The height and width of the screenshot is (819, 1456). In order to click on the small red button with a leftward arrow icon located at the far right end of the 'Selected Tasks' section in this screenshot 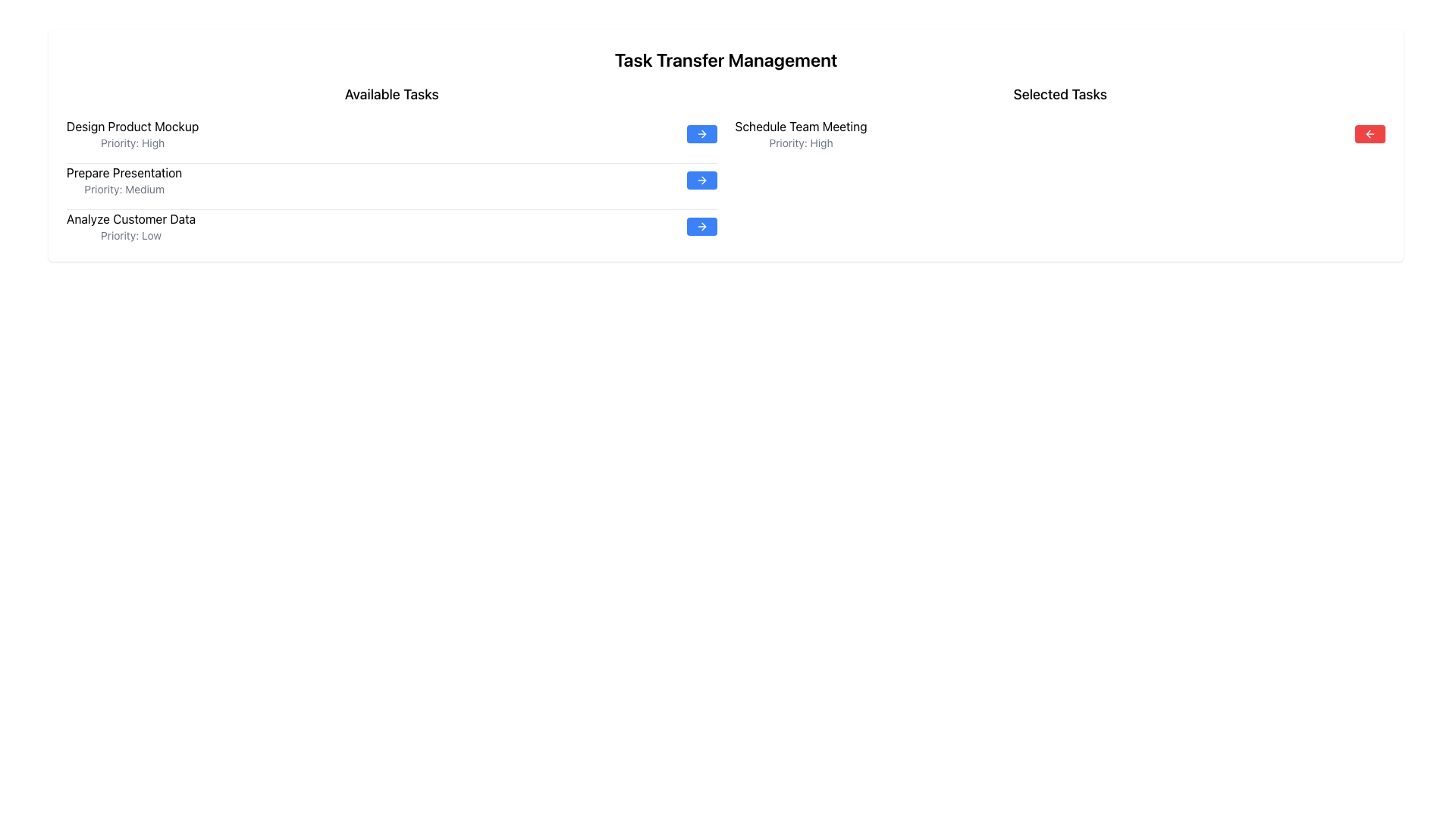, I will do `click(1370, 133)`.